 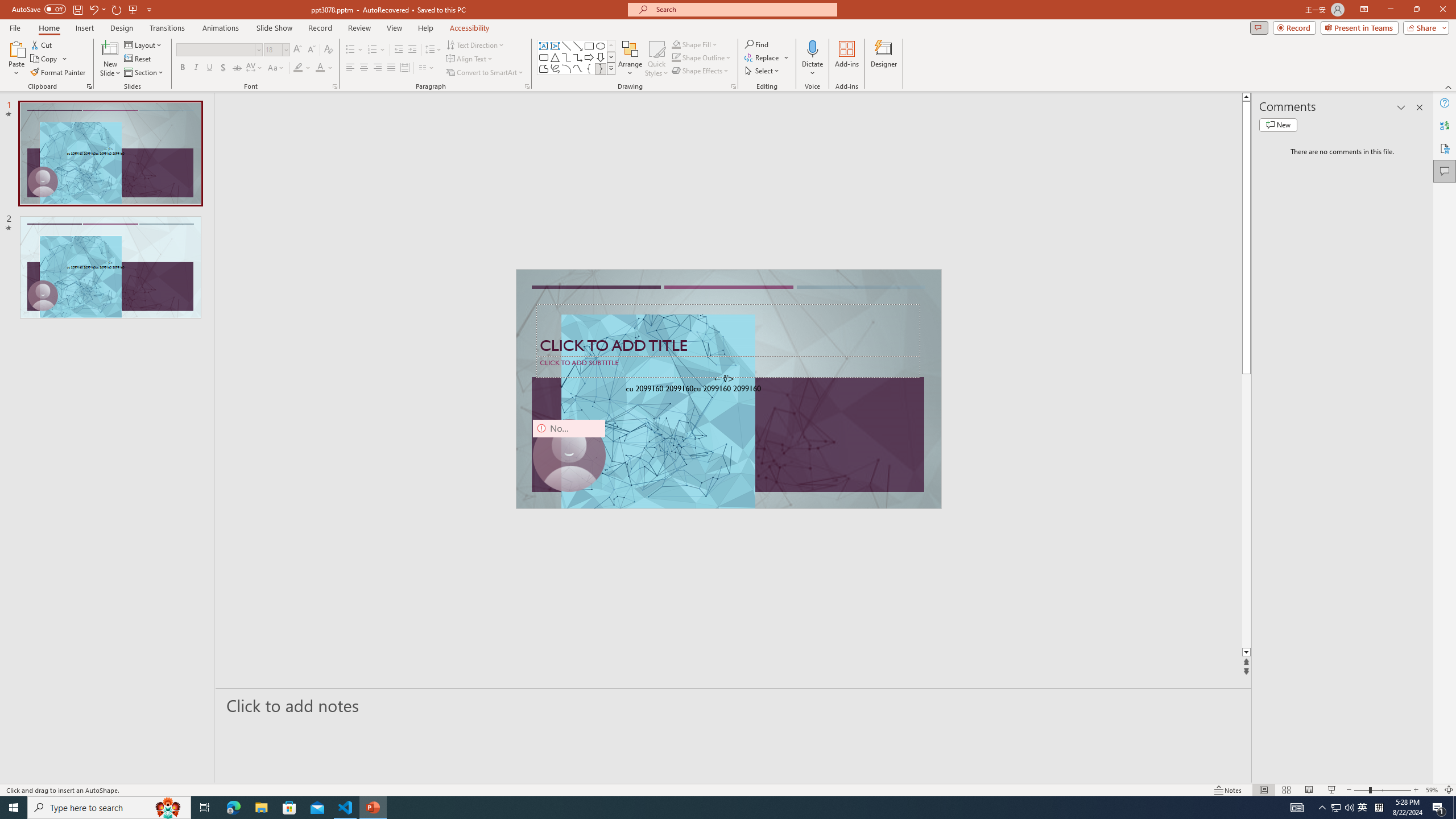 What do you see at coordinates (354, 49) in the screenshot?
I see `'Bullets'` at bounding box center [354, 49].